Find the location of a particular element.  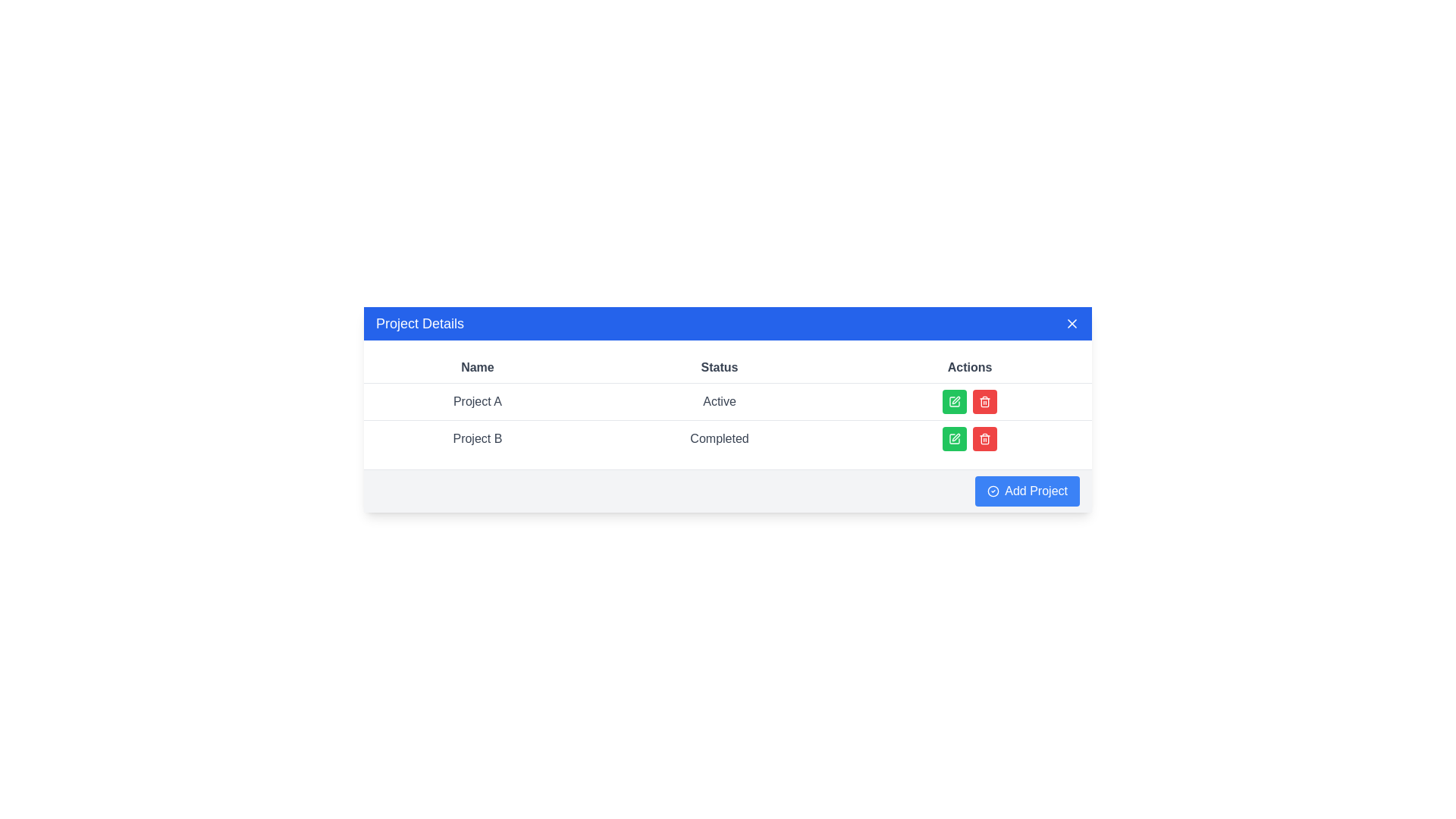

the edit icon located in the 'Actions' column of the second row of the table is located at coordinates (954, 439).